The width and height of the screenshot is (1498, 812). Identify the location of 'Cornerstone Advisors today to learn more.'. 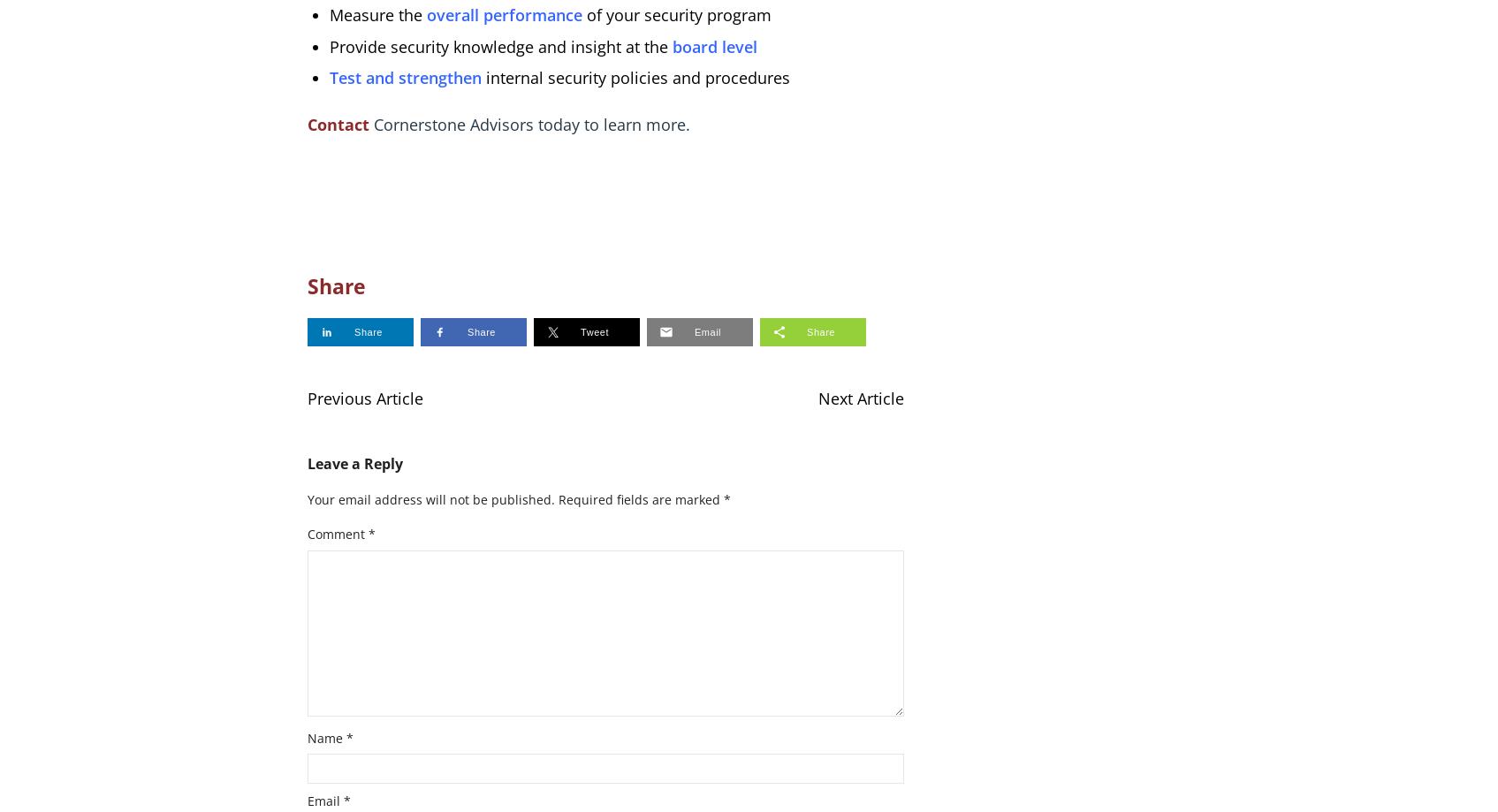
(528, 123).